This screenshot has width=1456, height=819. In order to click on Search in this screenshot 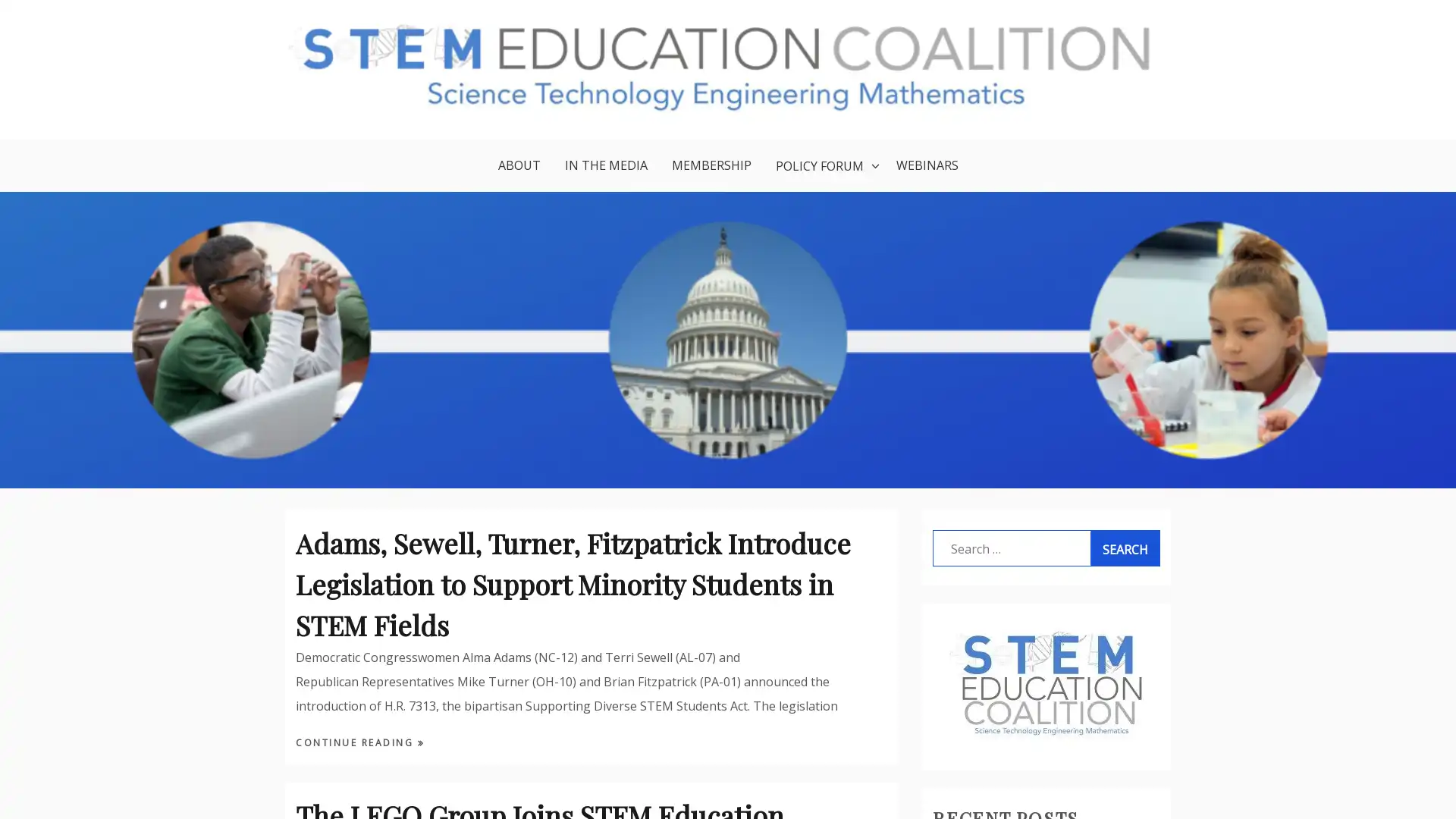, I will do `click(1125, 549)`.